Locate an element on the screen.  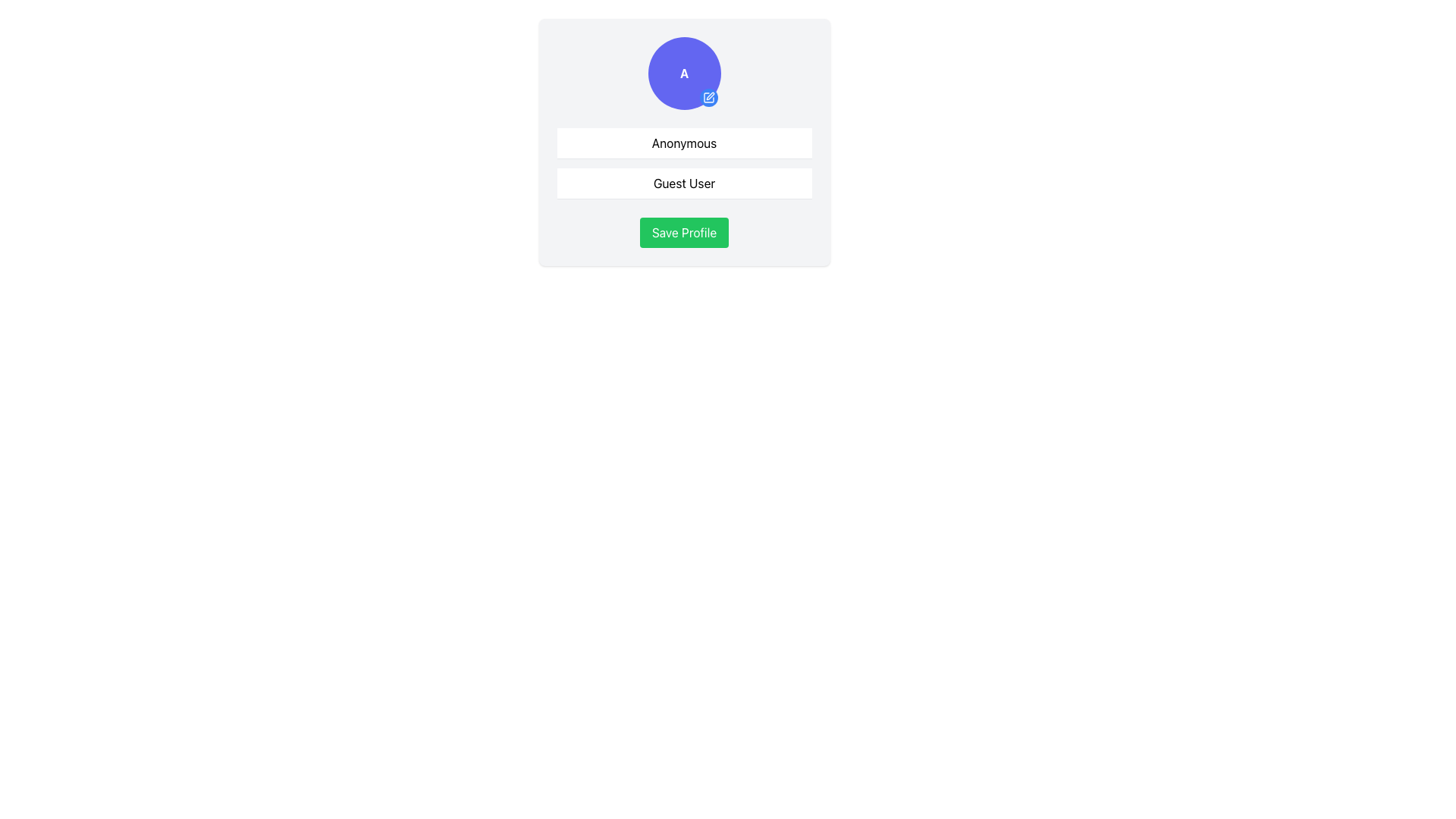
the icon button located at the bottom-right corner of the circular avatar is located at coordinates (708, 97).